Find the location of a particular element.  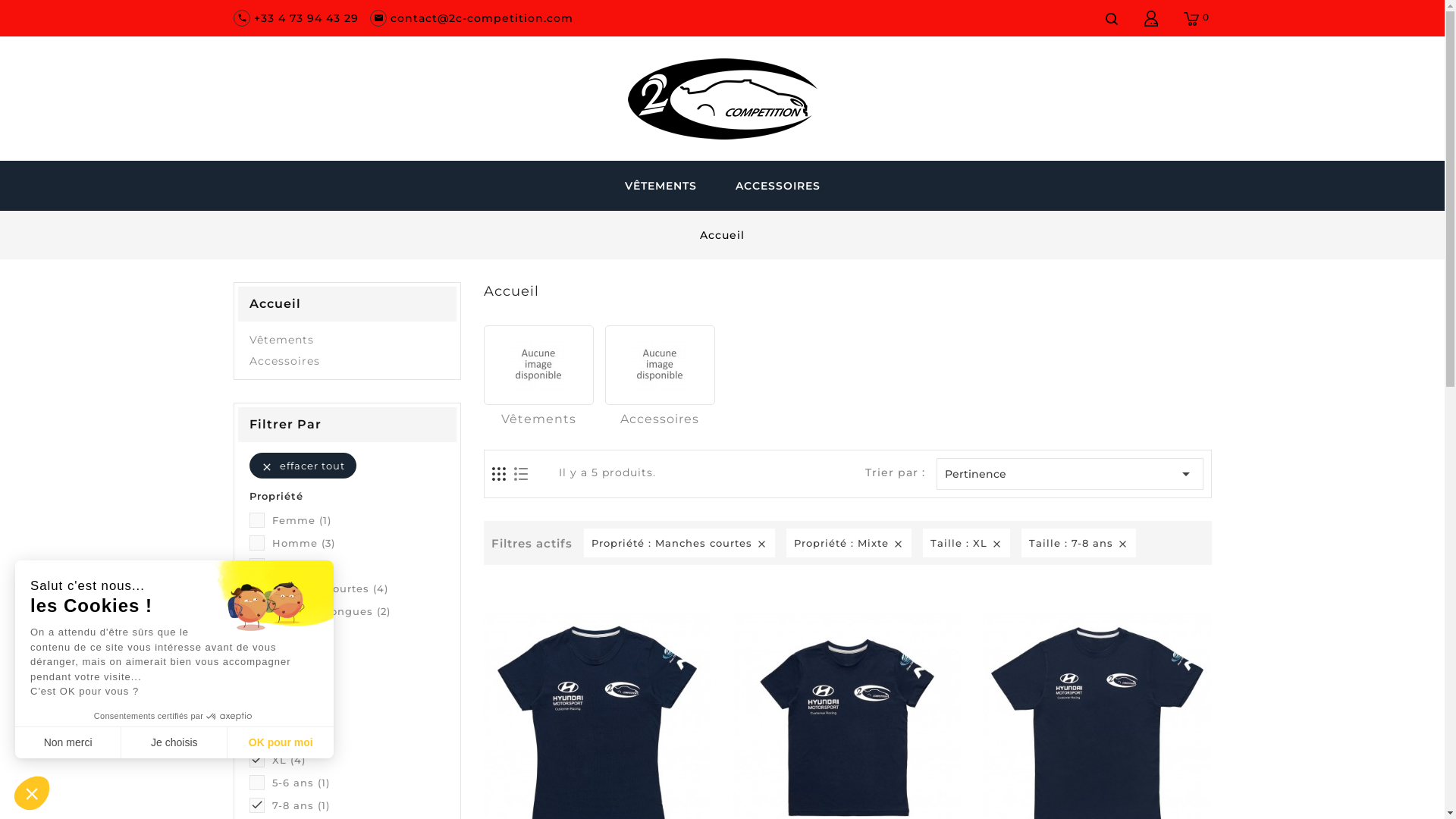

'Homme (3)' is located at coordinates (356, 542).